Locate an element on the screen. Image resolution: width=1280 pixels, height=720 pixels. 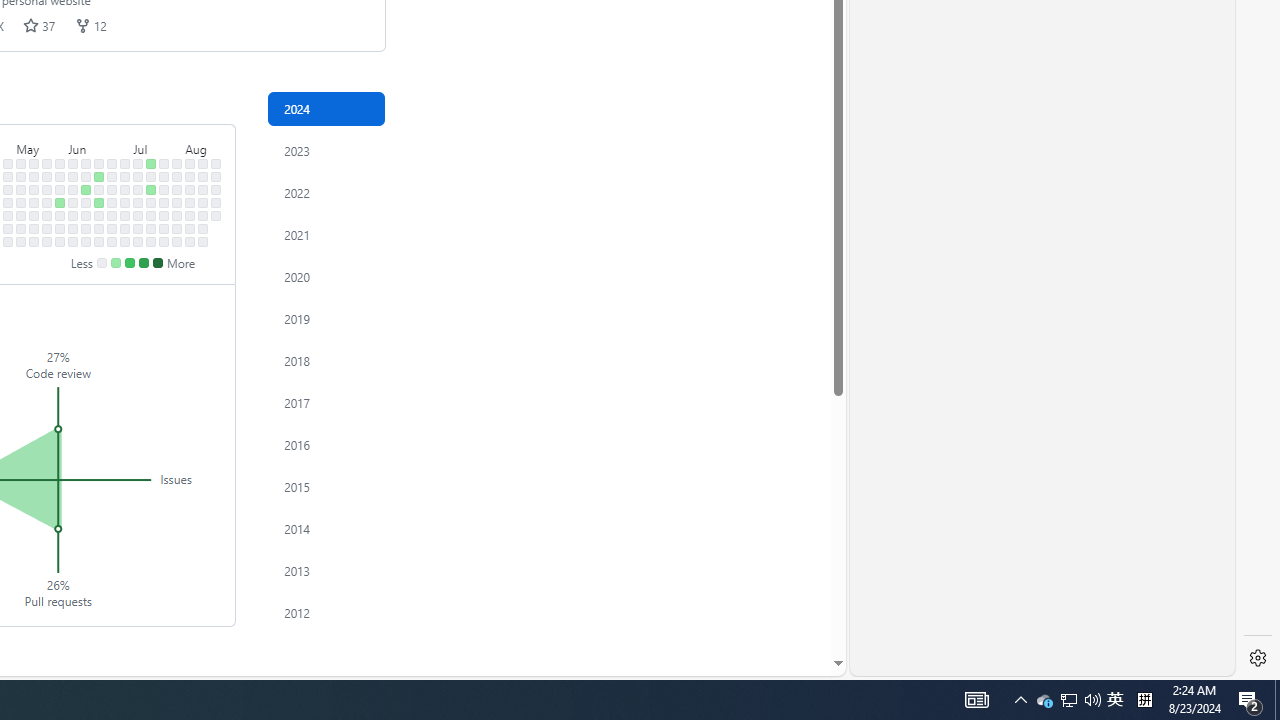
'No contributions on June 2nd.' is located at coordinates (73, 162).